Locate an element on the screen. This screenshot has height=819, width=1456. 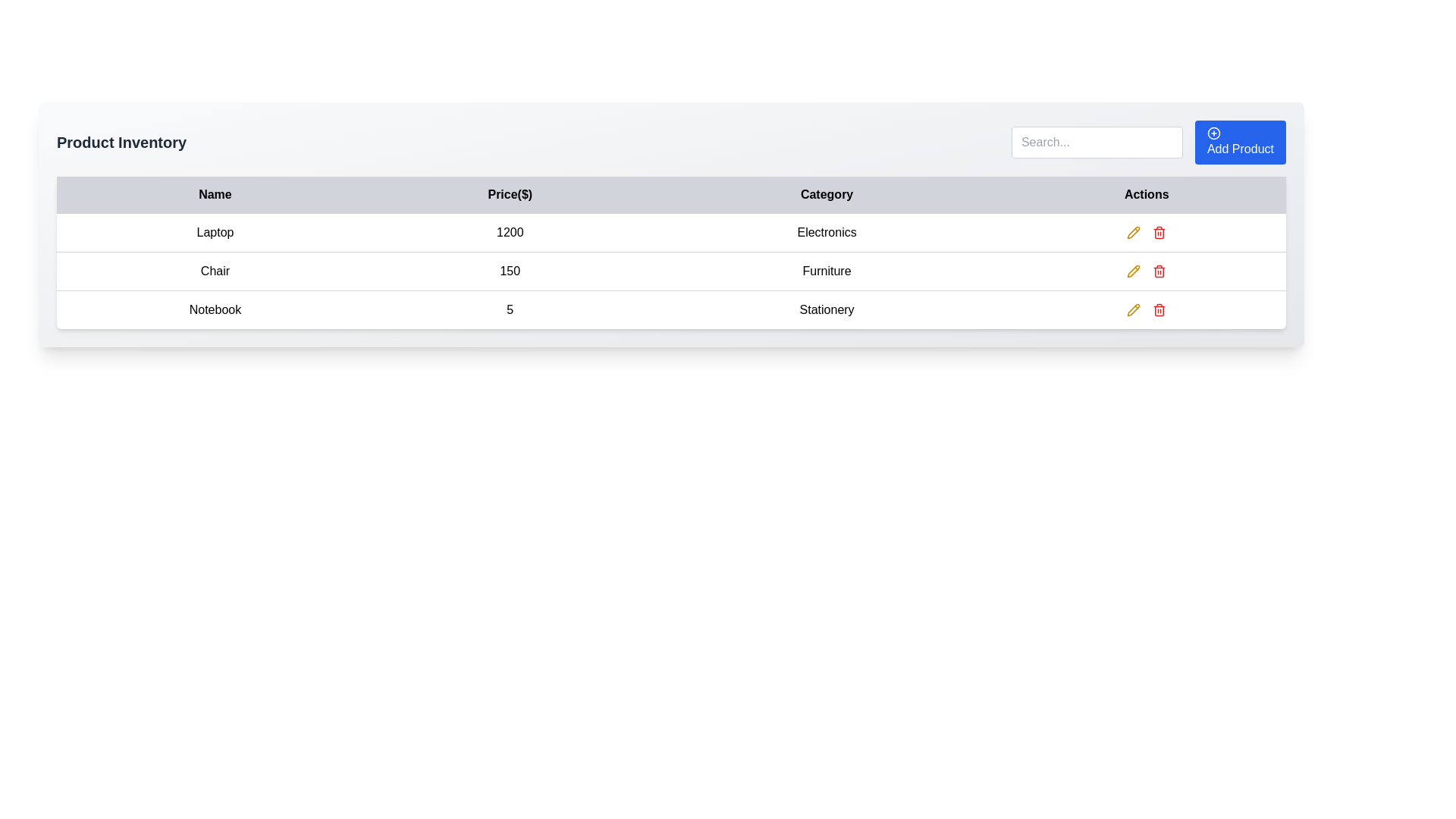
the delete icon button in the actions column of the third row of the data table is located at coordinates (1159, 271).